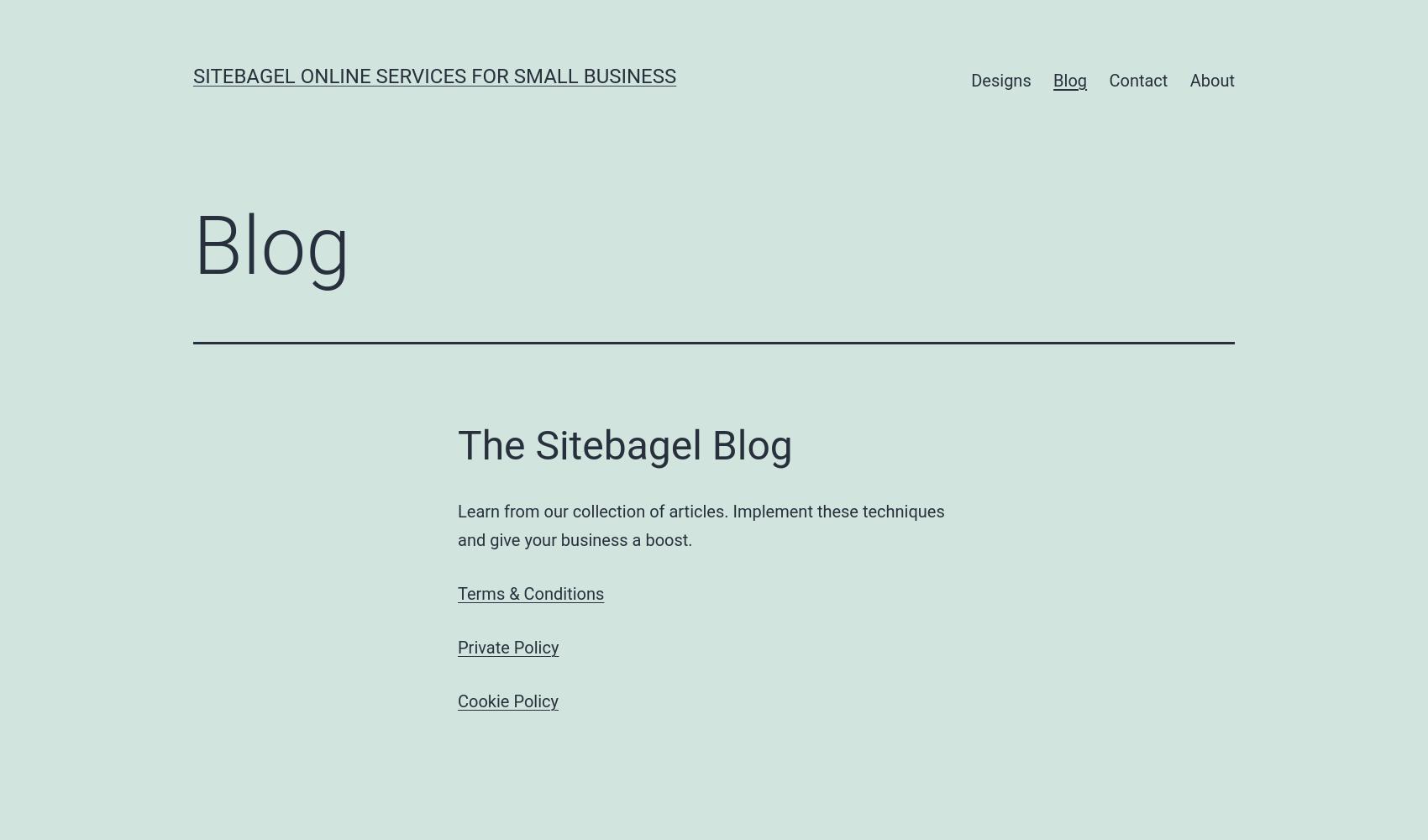 Image resolution: width=1428 pixels, height=840 pixels. I want to click on 'SiteBagel Online Services for Small Business', so click(434, 76).